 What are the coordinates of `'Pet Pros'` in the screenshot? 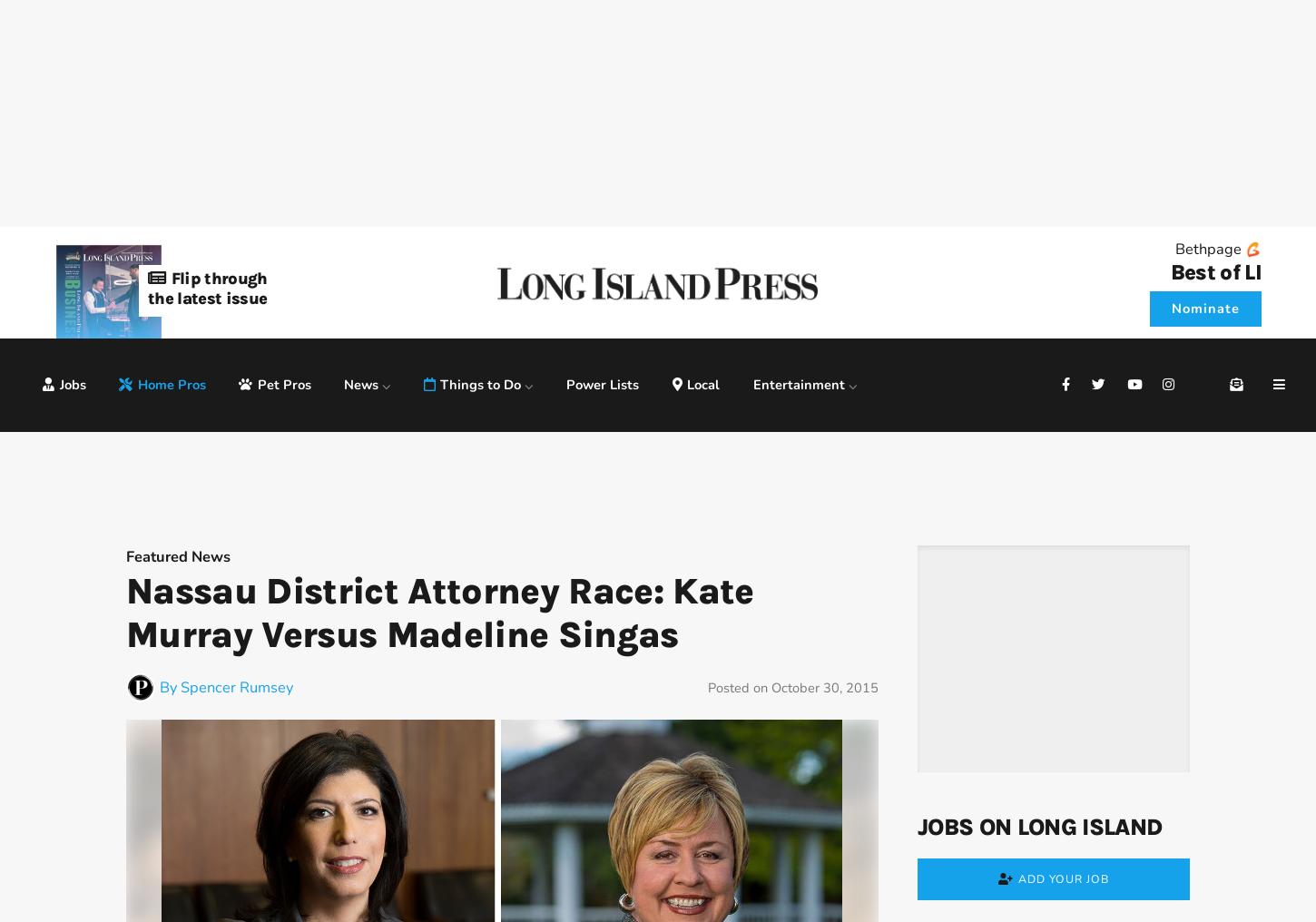 It's located at (283, 383).